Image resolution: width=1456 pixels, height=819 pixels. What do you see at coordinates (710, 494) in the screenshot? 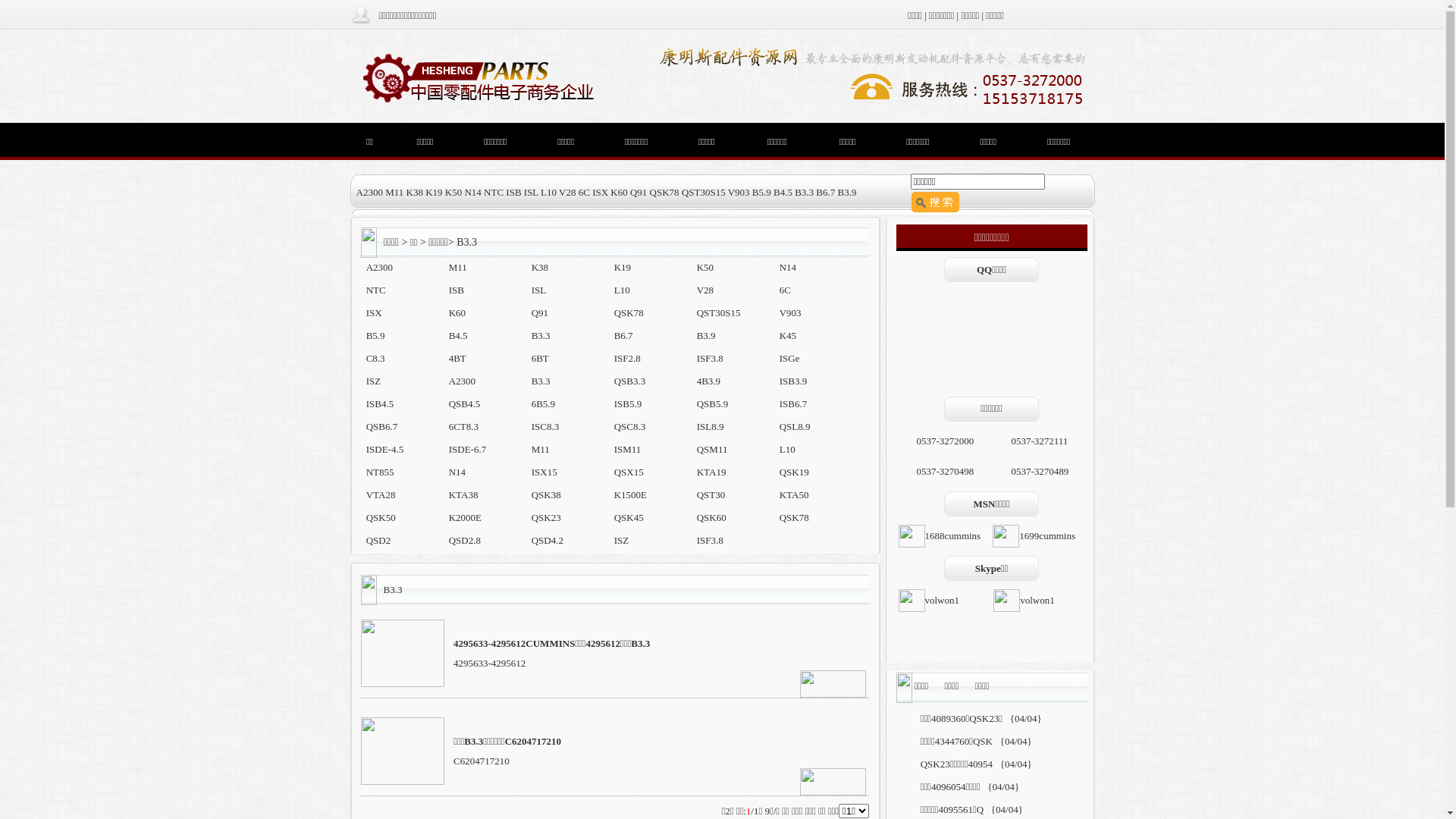
I see `'QST30'` at bounding box center [710, 494].